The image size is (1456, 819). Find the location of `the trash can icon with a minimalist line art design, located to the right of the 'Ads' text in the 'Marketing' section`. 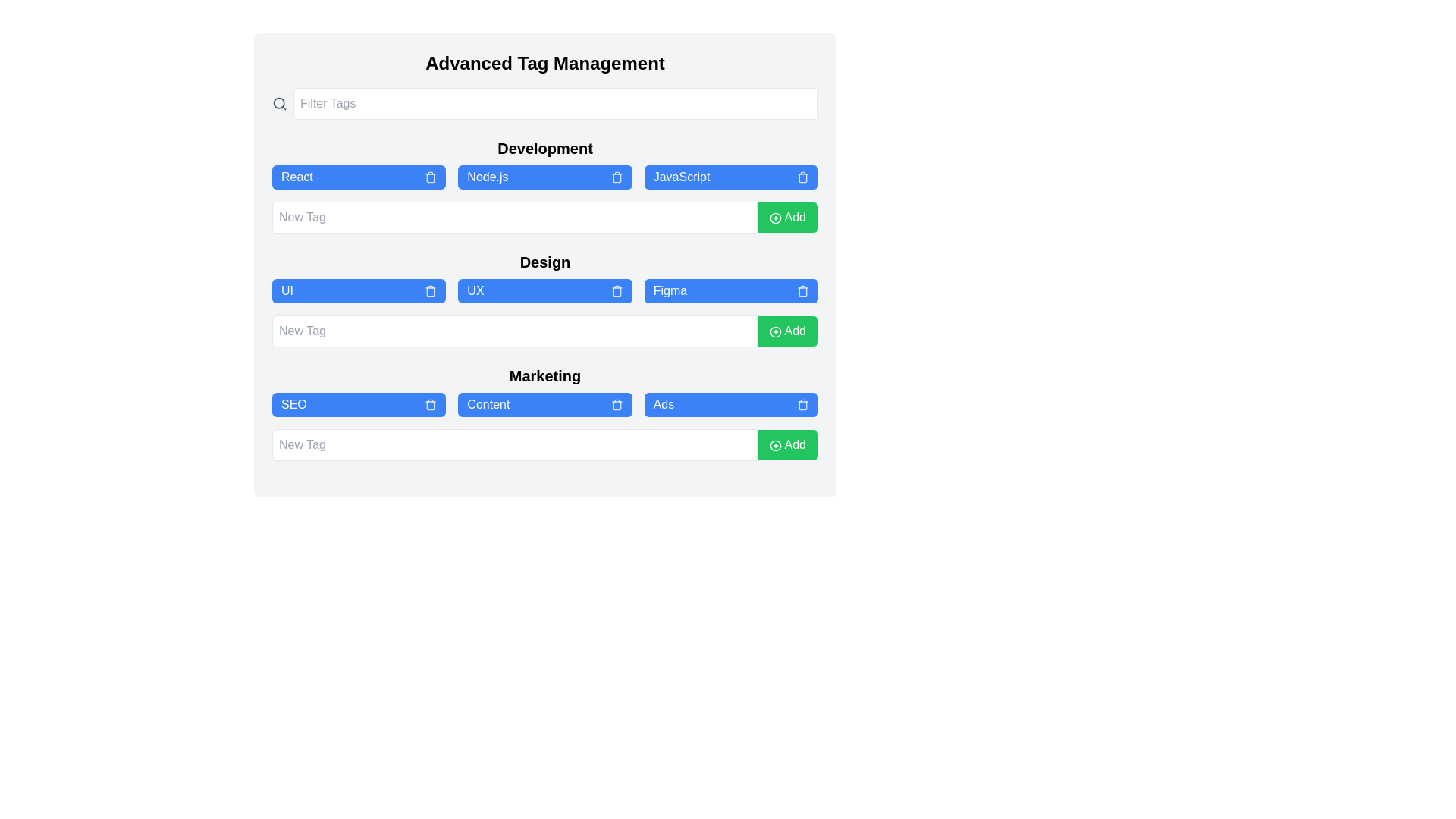

the trash can icon with a minimalist line art design, located to the right of the 'Ads' text in the 'Marketing' section is located at coordinates (802, 403).